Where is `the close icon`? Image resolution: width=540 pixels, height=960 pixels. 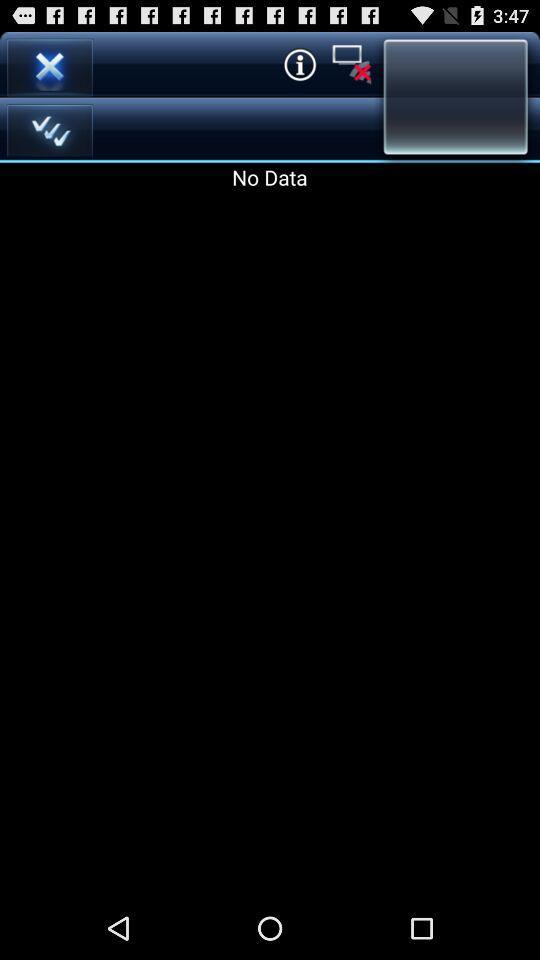
the close icon is located at coordinates (50, 71).